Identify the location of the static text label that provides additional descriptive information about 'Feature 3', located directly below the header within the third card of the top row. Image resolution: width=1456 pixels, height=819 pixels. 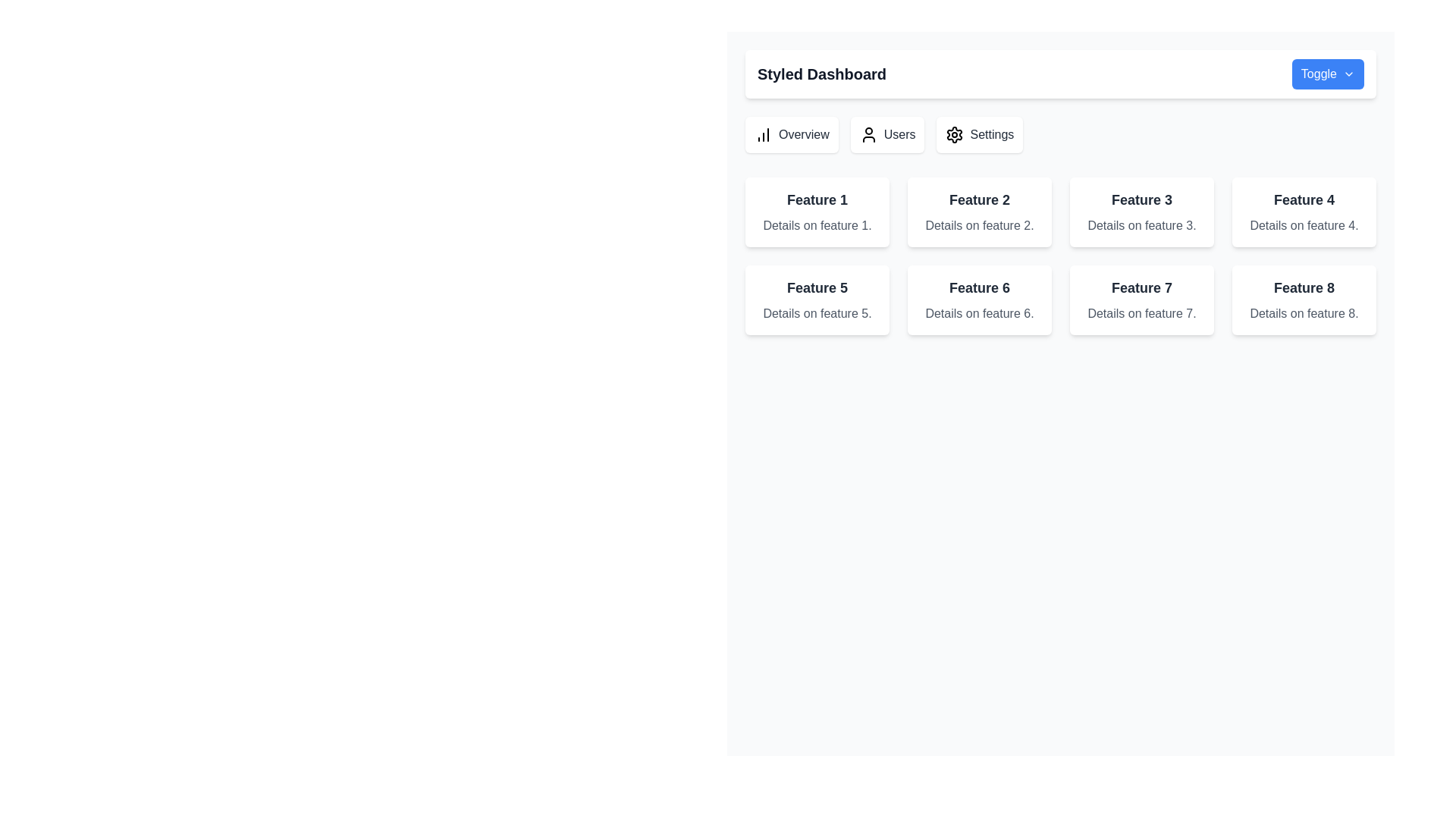
(1142, 225).